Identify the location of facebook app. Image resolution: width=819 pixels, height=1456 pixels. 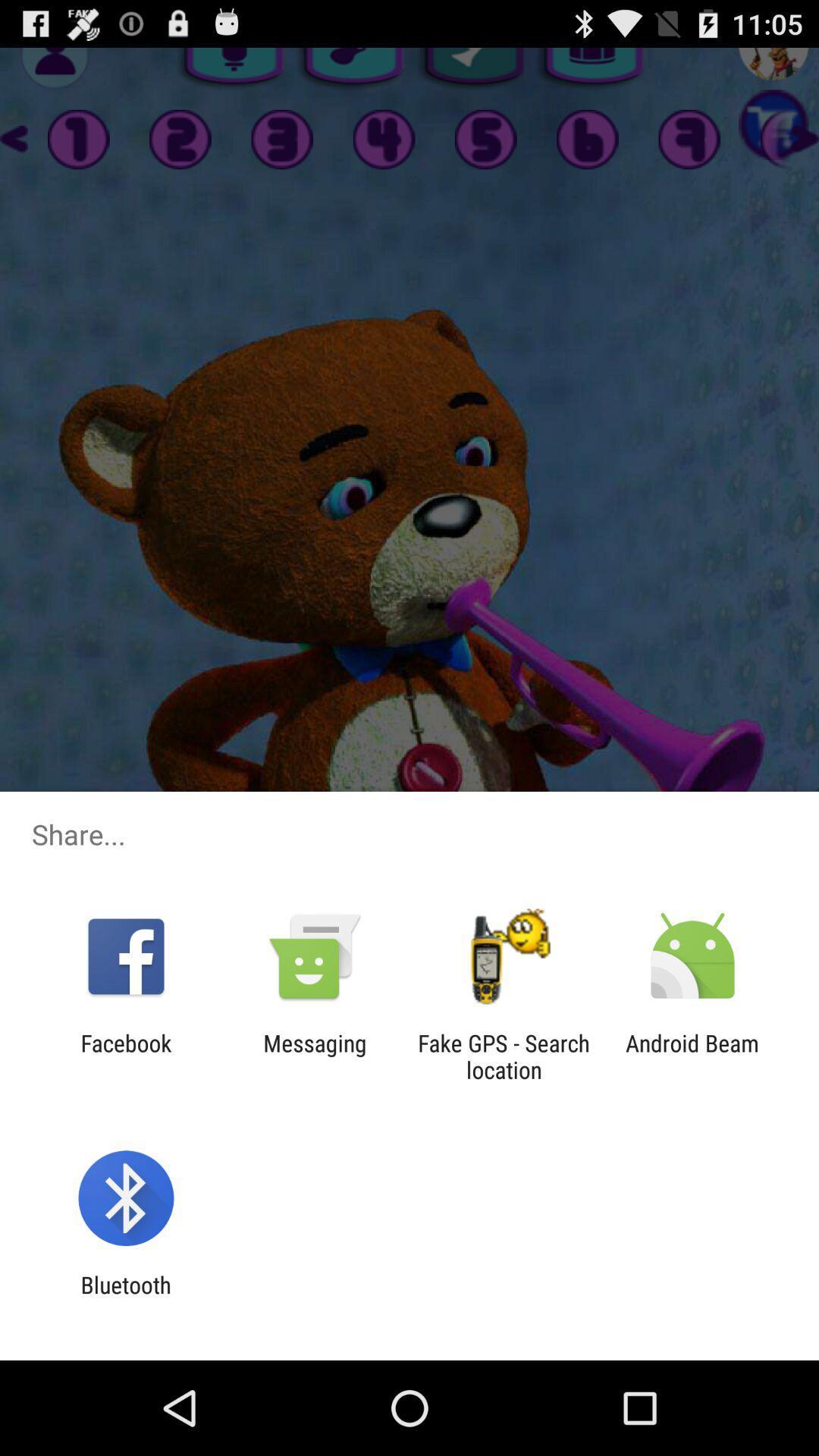
(125, 1056).